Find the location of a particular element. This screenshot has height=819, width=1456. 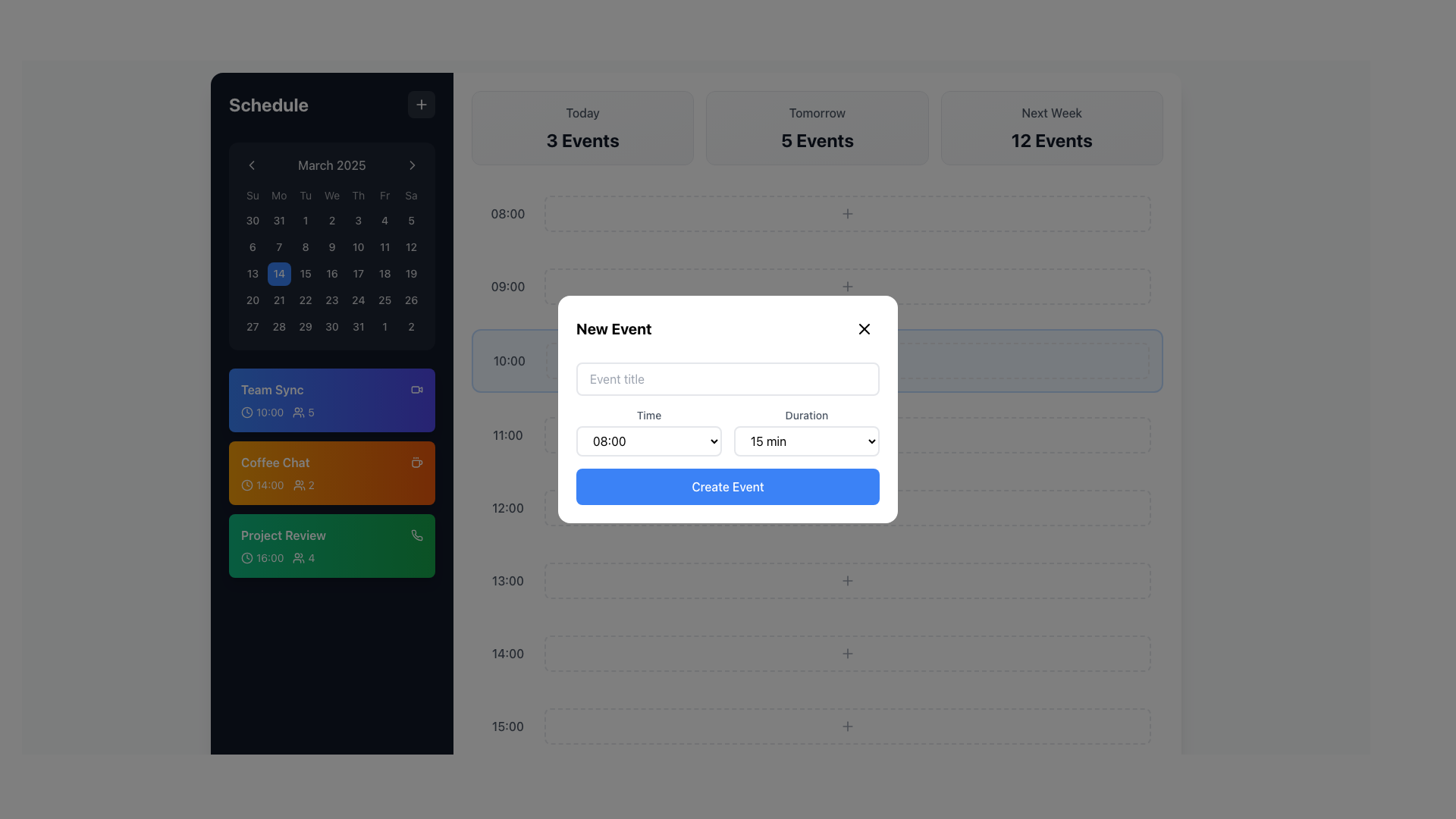

the text label displaying the number of participants for the event 'Team Sync', which shows '5' next to an adjacent icon is located at coordinates (303, 413).